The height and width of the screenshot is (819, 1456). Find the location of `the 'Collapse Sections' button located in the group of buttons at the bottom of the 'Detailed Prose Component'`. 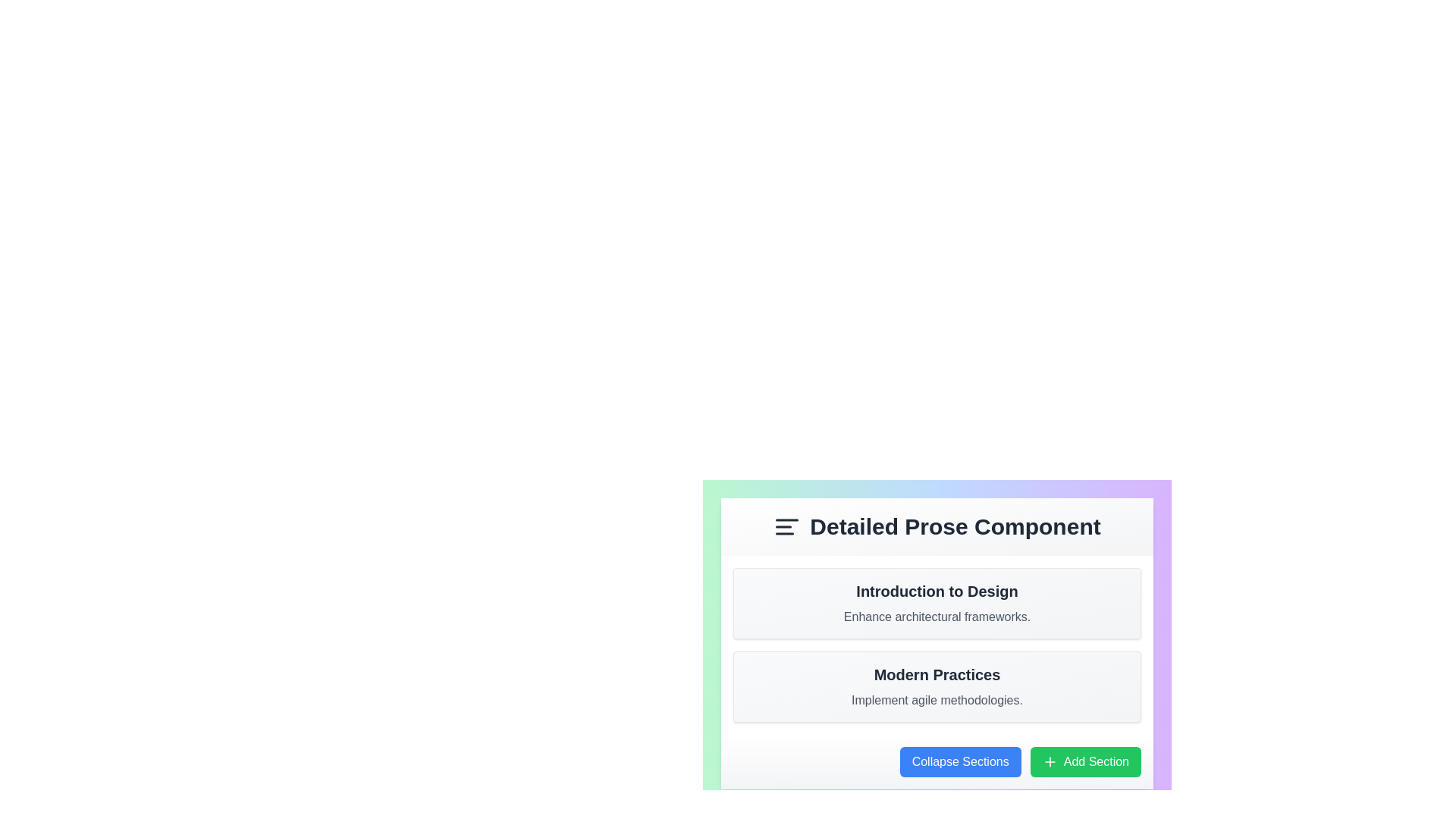

the 'Collapse Sections' button located in the group of buttons at the bottom of the 'Detailed Prose Component' is located at coordinates (937, 762).